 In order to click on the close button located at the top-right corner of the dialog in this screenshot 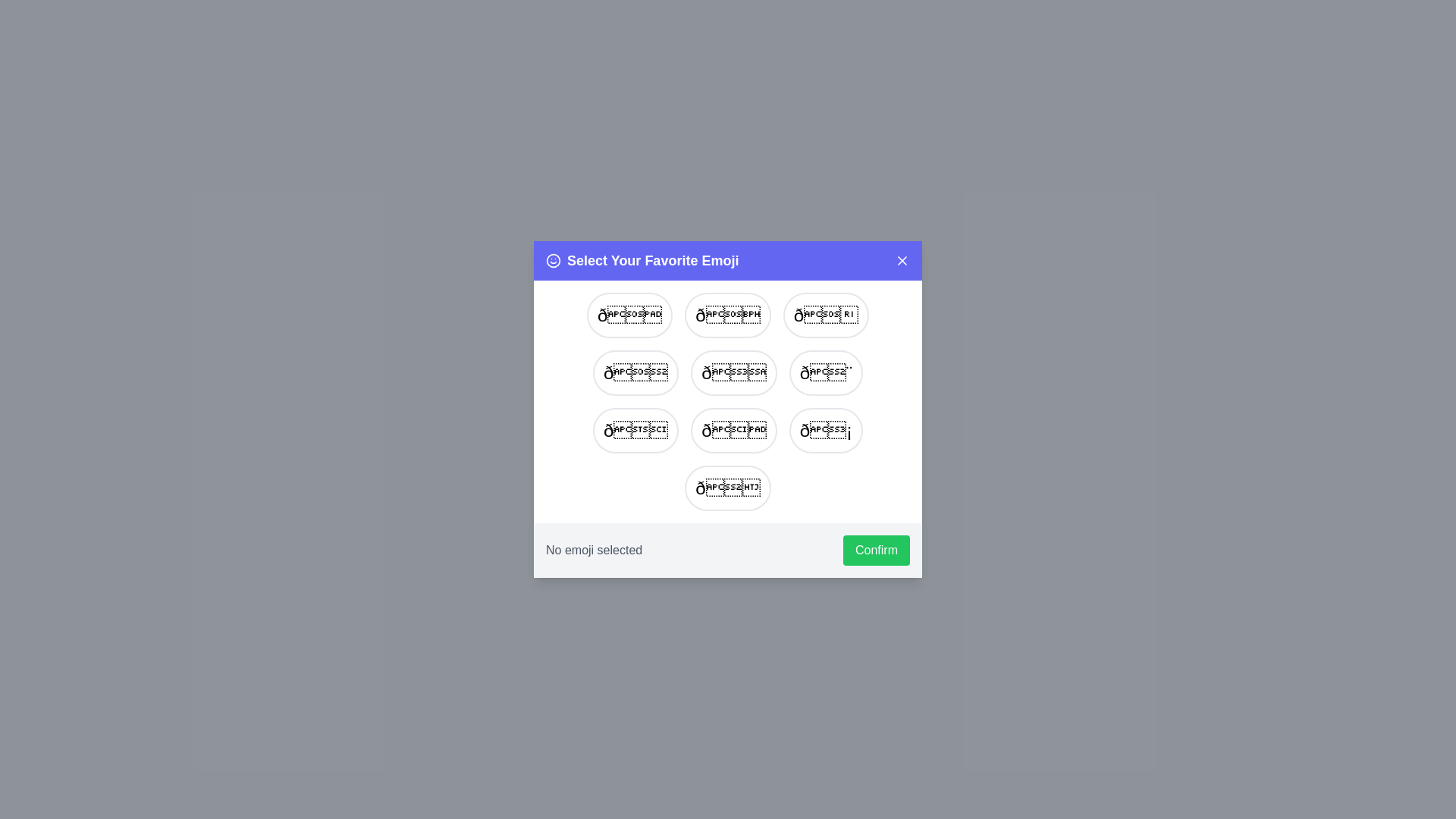, I will do `click(902, 259)`.